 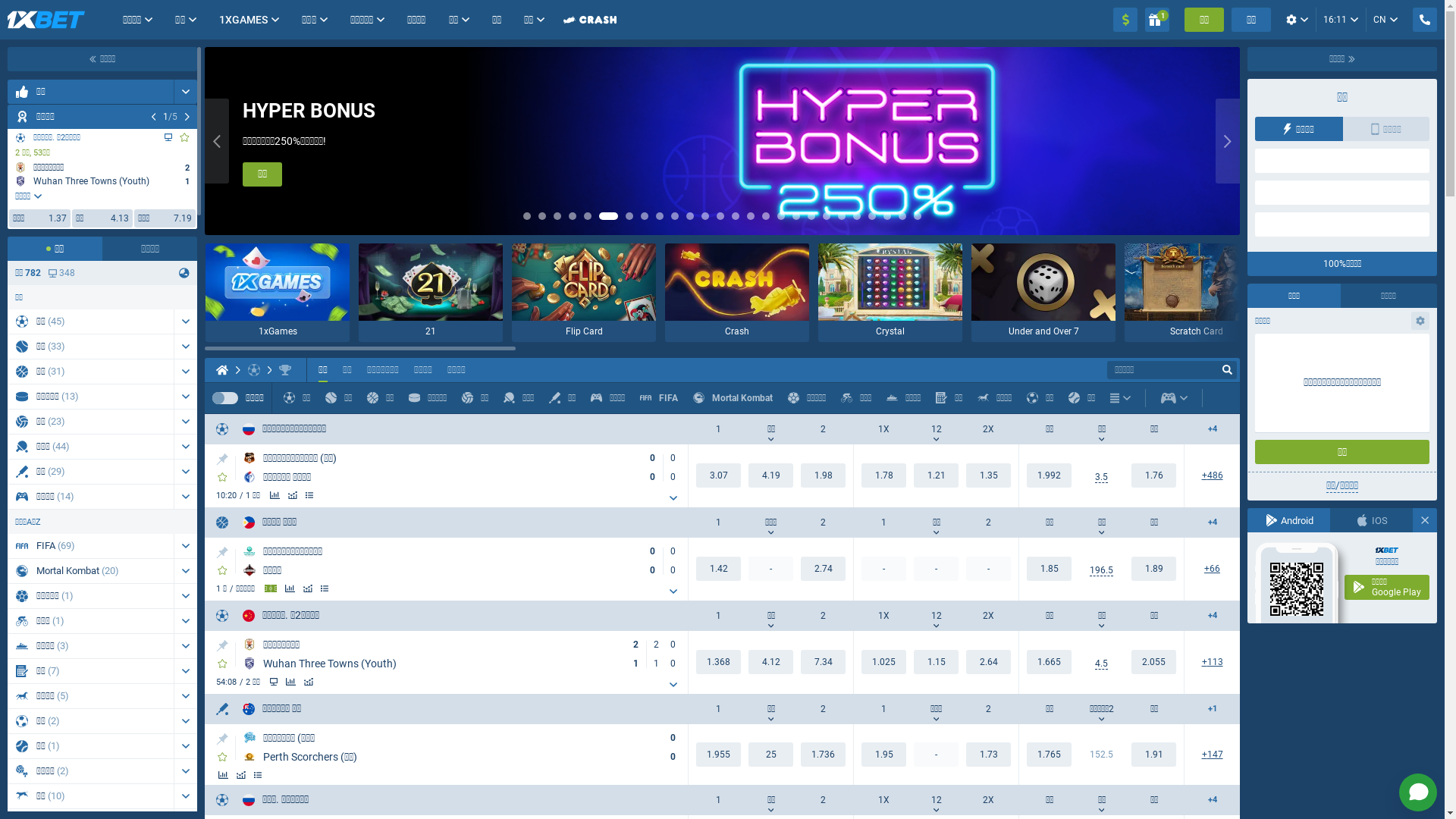 I want to click on '-', so click(x=988, y=568).